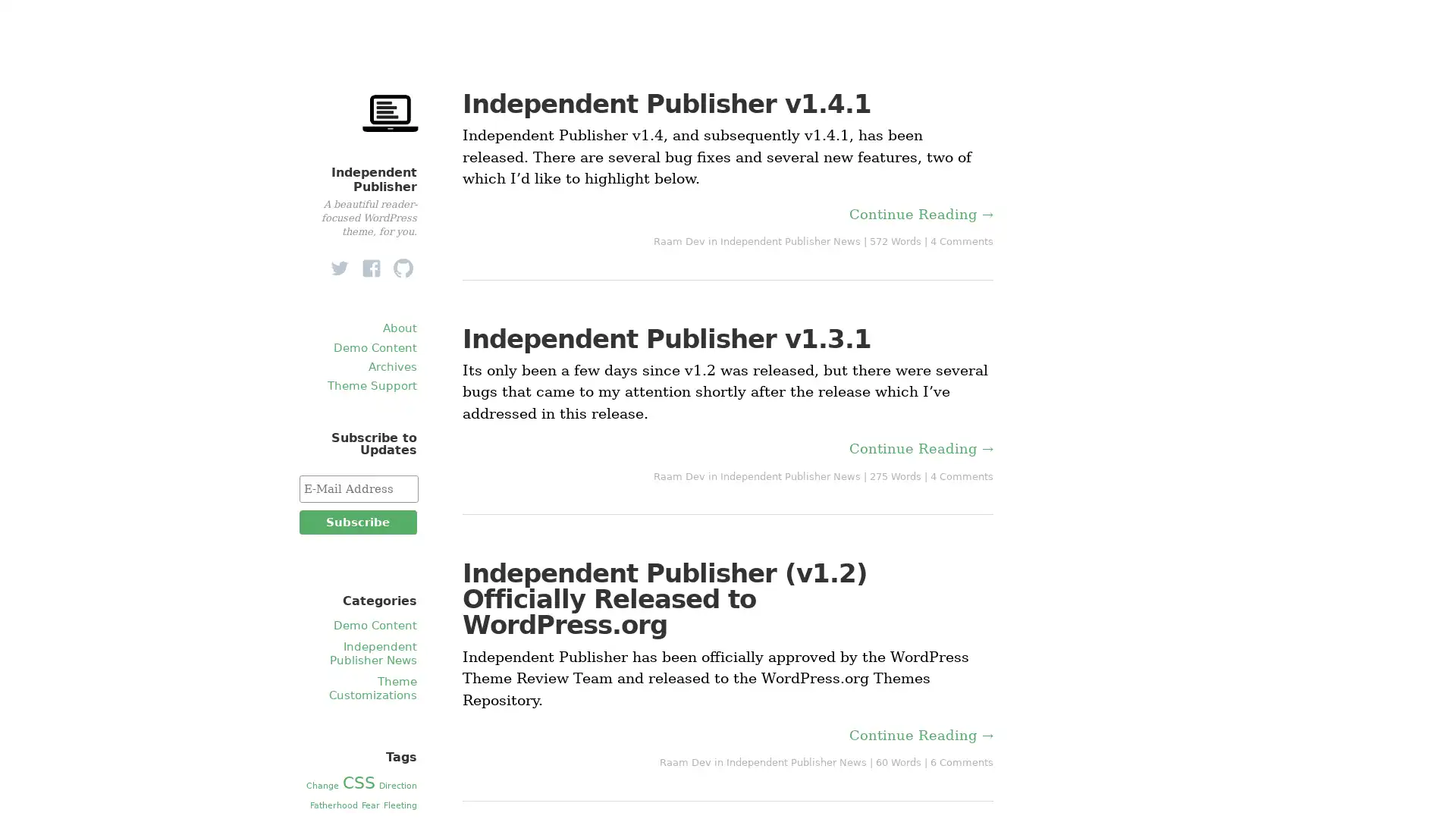 This screenshot has height=819, width=1456. I want to click on Subscribe, so click(356, 522).